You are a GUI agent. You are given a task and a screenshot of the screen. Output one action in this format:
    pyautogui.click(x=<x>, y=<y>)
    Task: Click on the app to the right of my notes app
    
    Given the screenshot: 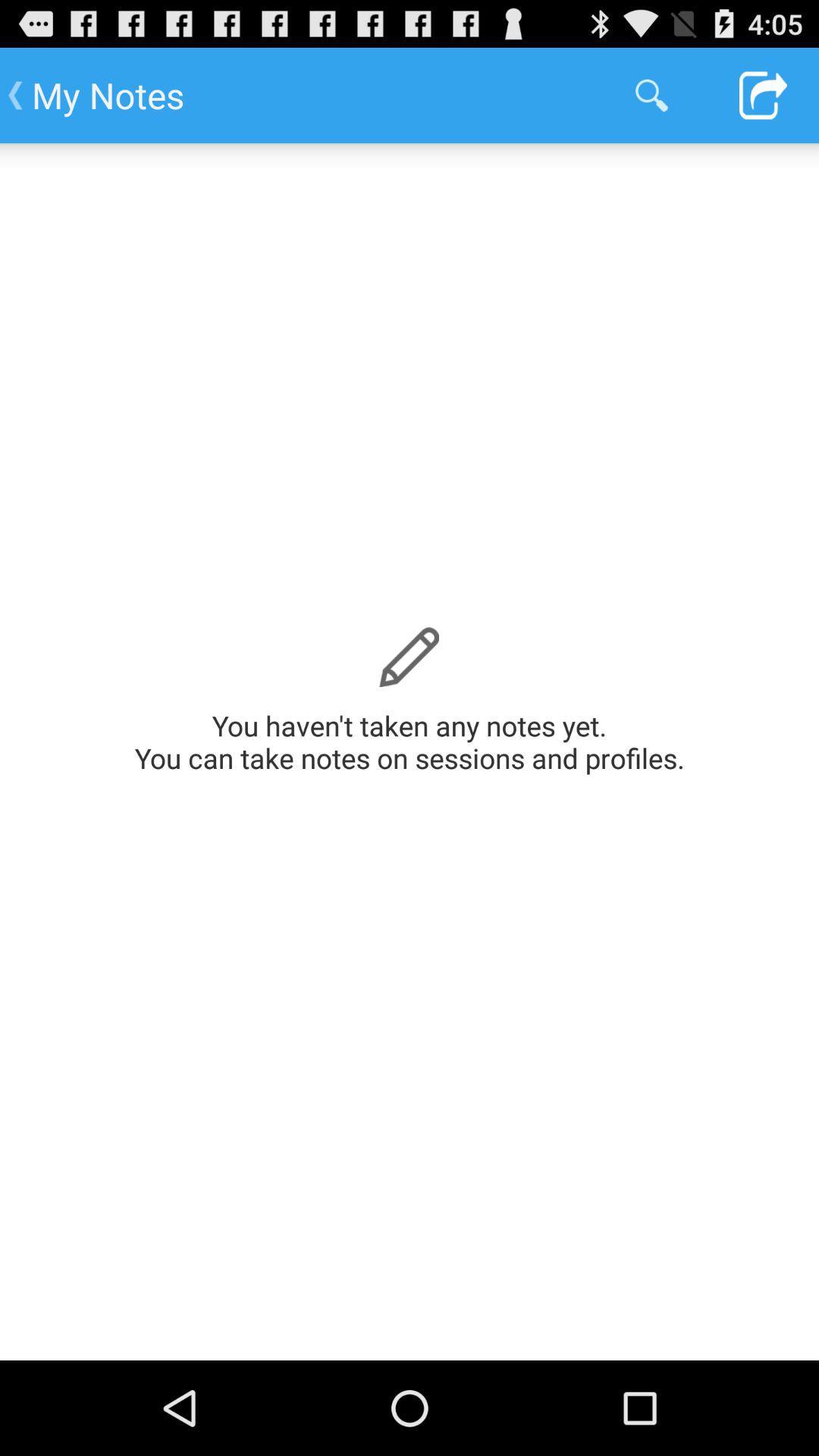 What is the action you would take?
    pyautogui.click(x=651, y=94)
    